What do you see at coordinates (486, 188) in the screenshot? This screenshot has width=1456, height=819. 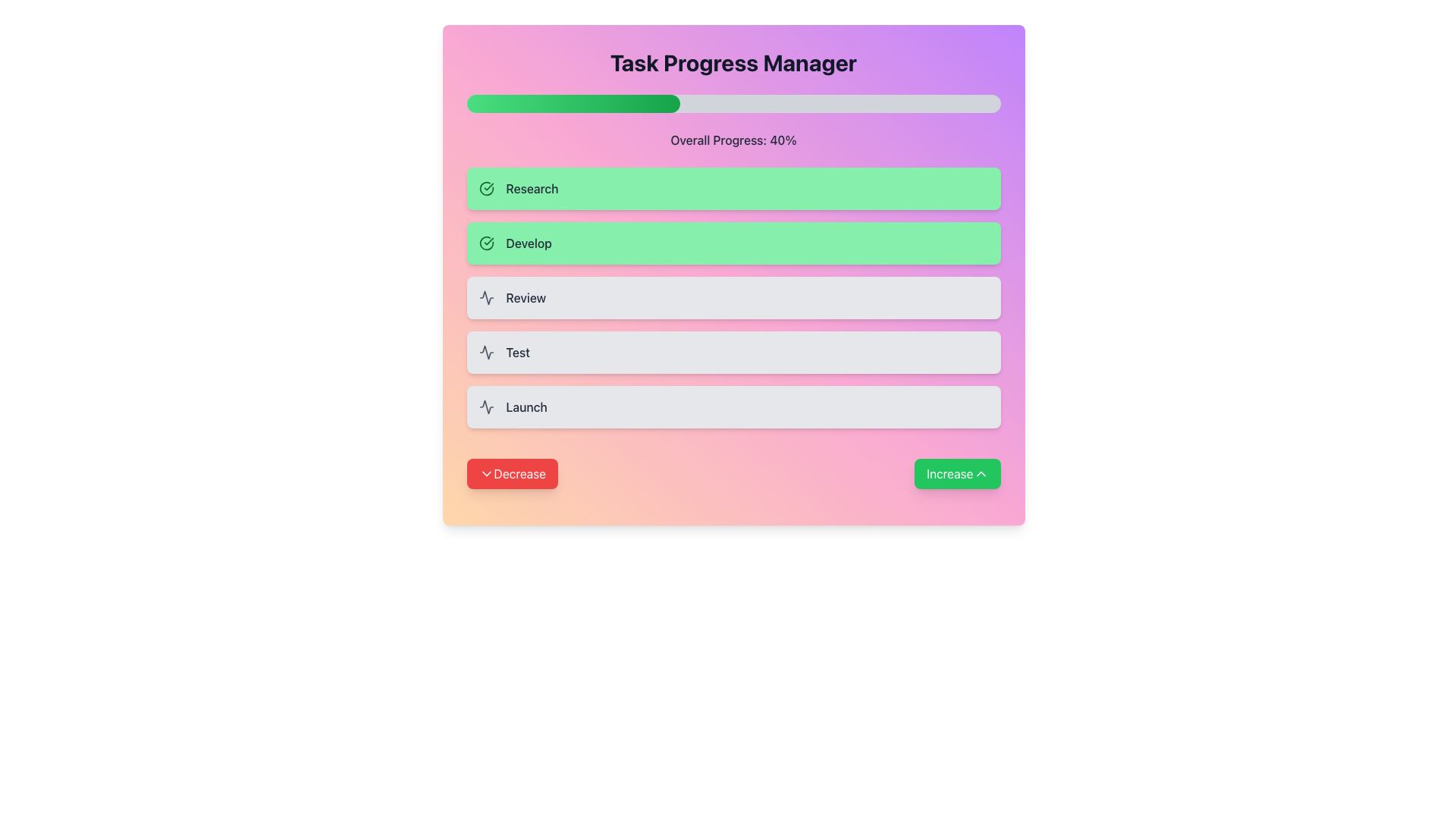 I see `the green circular icon with a white background and green checkmark, located to the left of the 'Research' text in the green-highlighted card` at bounding box center [486, 188].